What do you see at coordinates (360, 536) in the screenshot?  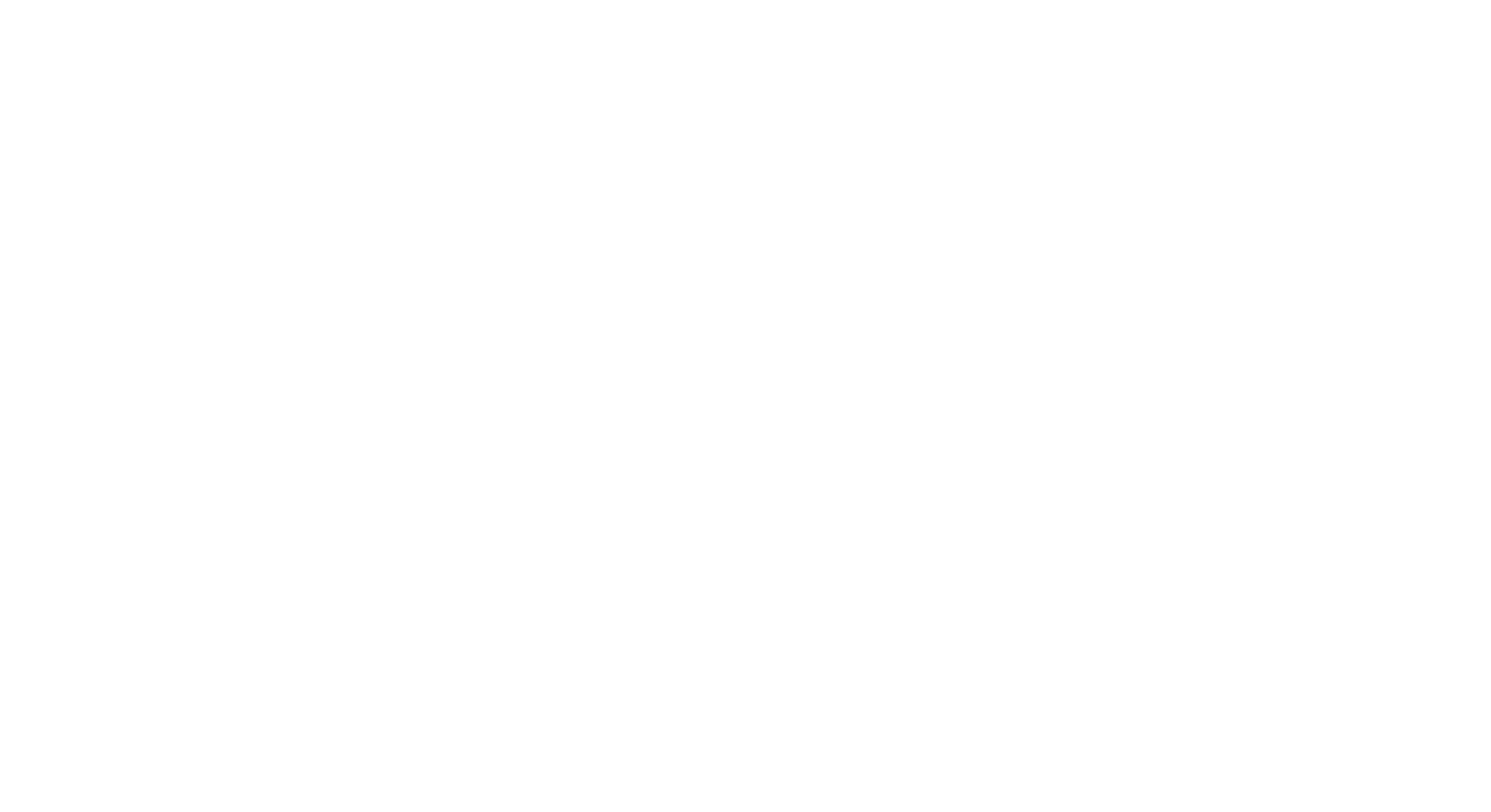 I see `'Related Posts'` at bounding box center [360, 536].